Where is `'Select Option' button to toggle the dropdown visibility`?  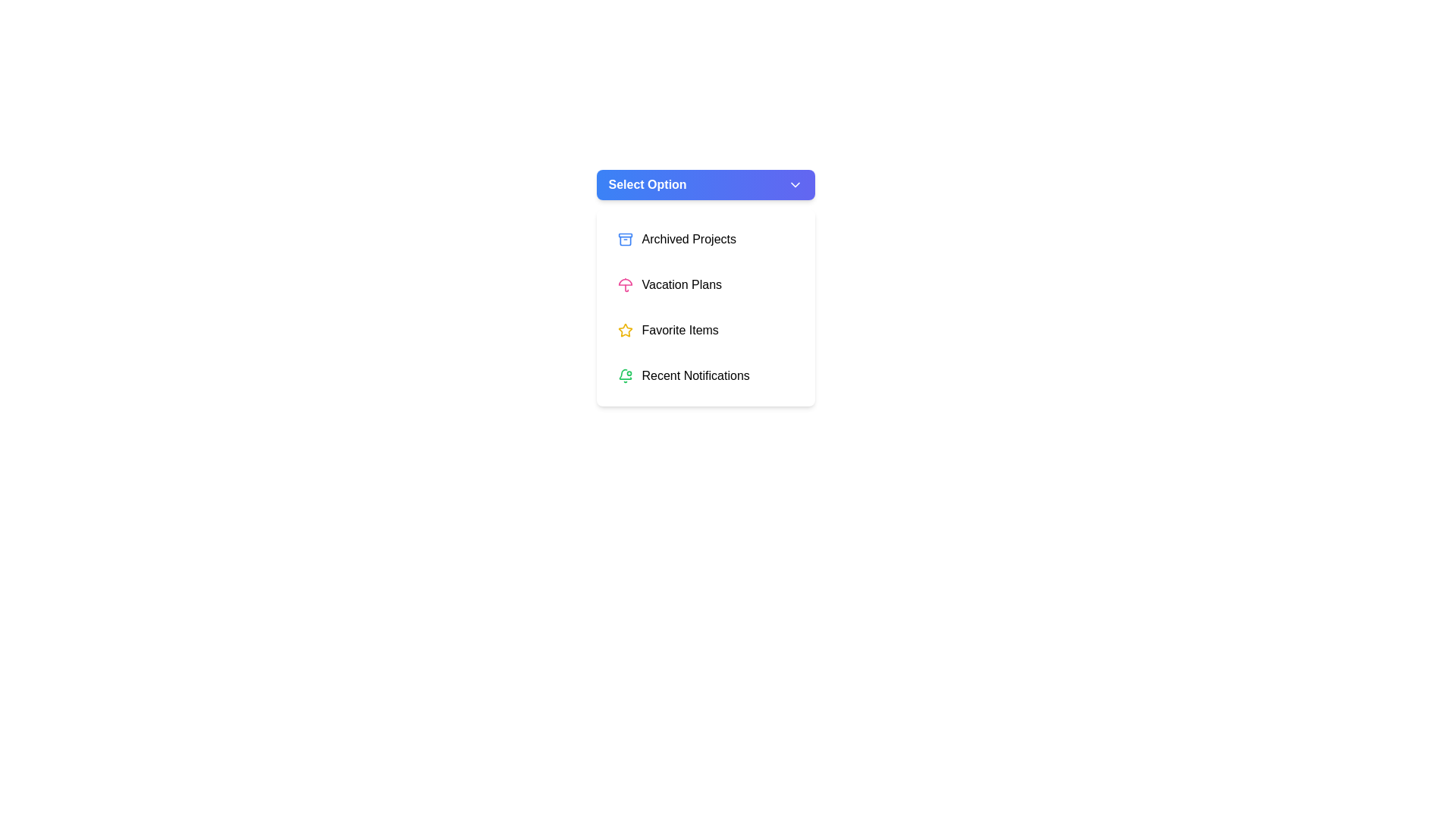 'Select Option' button to toggle the dropdown visibility is located at coordinates (704, 184).